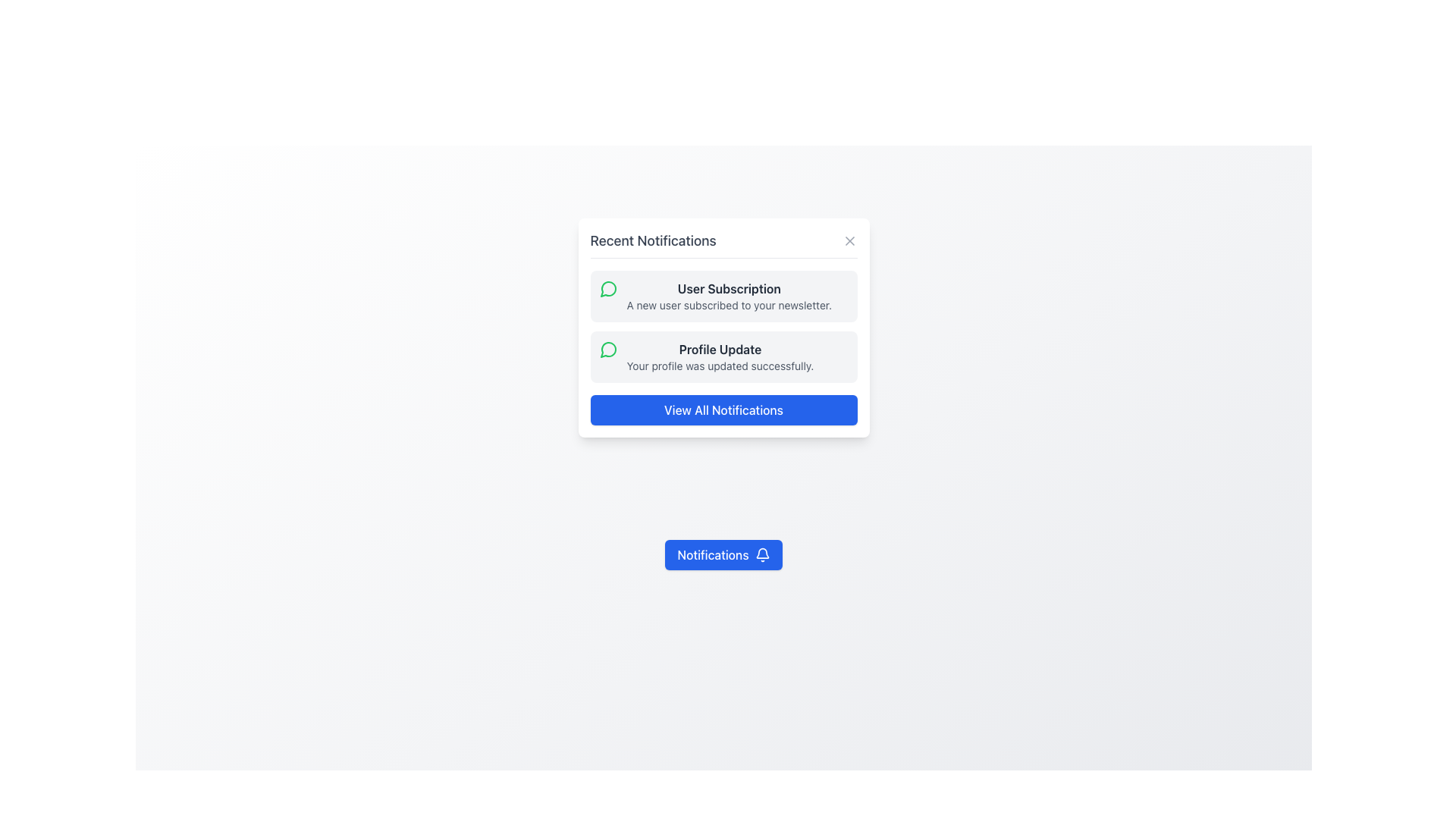 Image resolution: width=1456 pixels, height=819 pixels. I want to click on the notification panel displaying the message 'Profile Update' which indicates a successful operation, located below 'User Subscription' and above 'View All Notifications', so click(723, 356).